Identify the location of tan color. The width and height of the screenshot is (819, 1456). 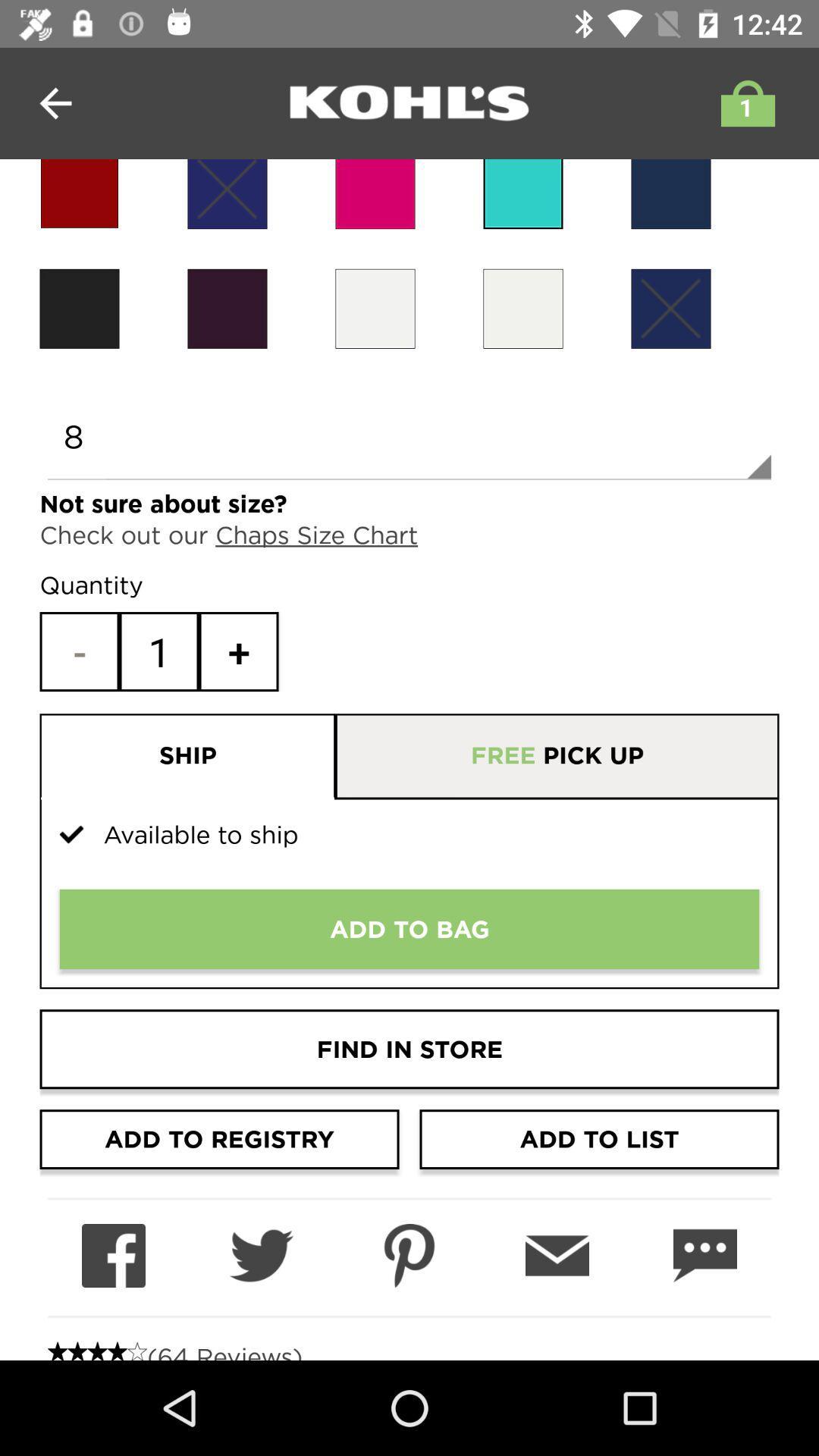
(375, 308).